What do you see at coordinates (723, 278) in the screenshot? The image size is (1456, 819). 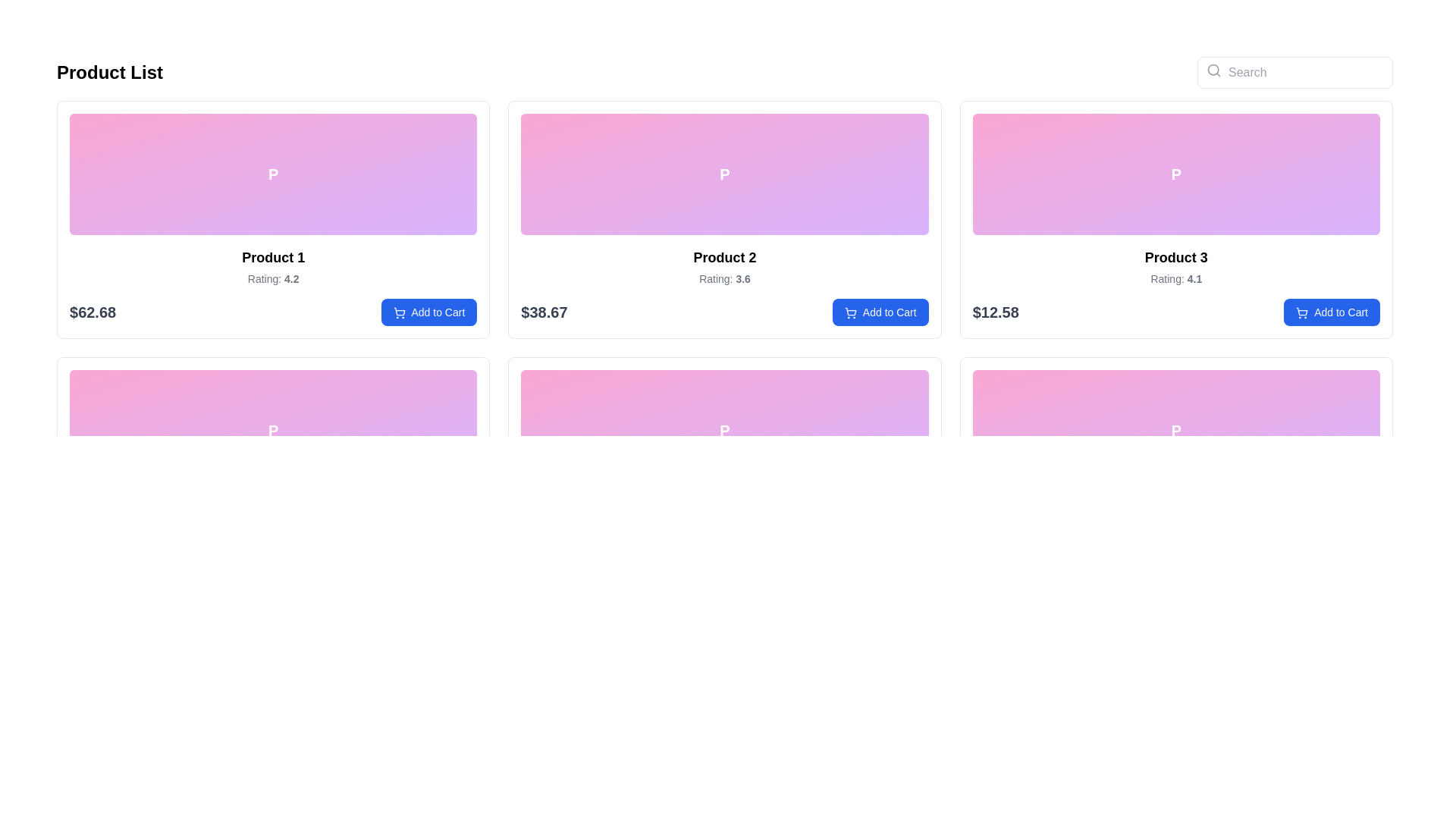 I see `the product rating text label situated below 'Product 2' and above the price '$38.67', which is centrally aligned within the product card` at bounding box center [723, 278].